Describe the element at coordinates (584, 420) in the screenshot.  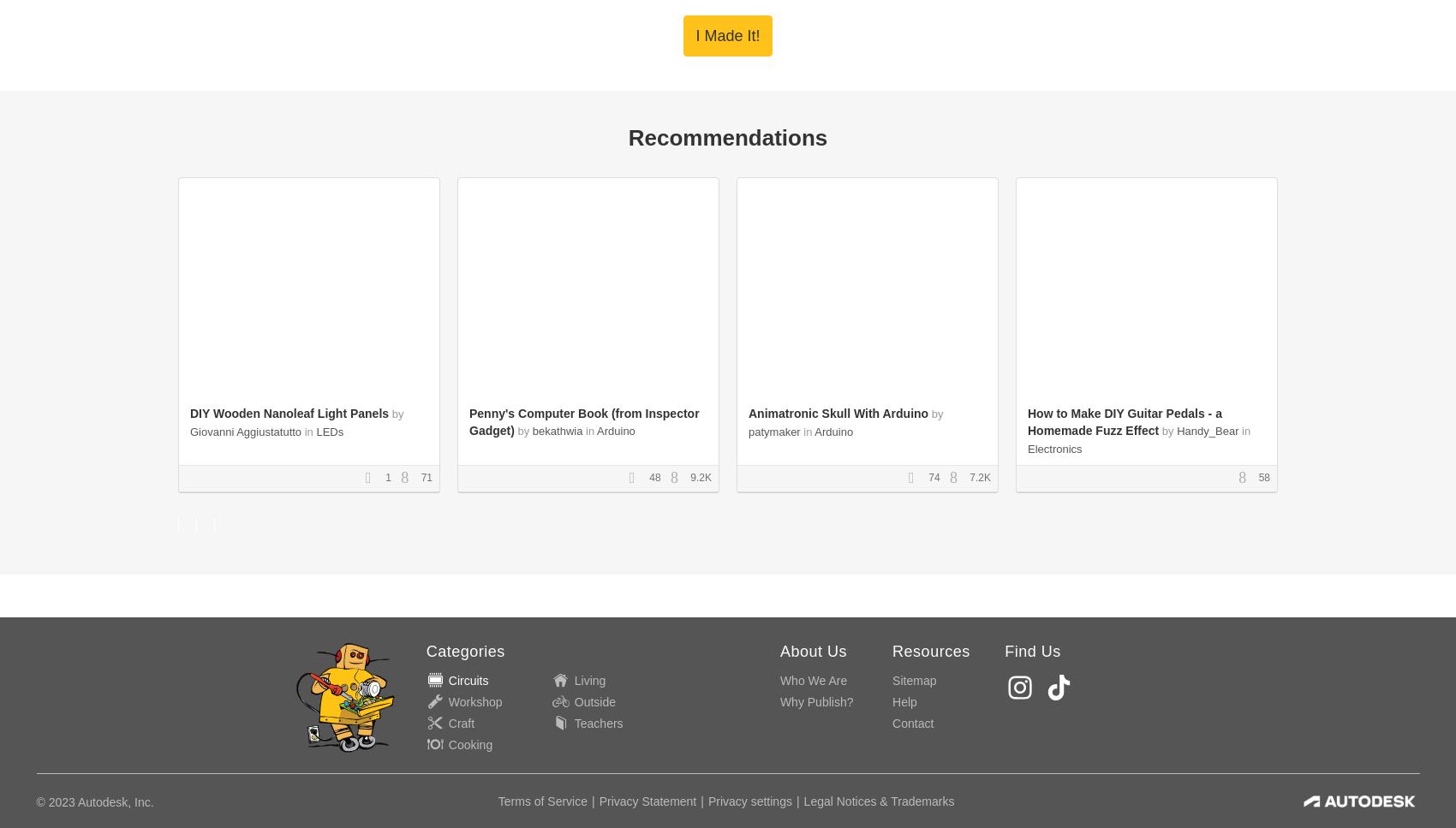
I see `'Penny's Computer Book (from Inspector Gadget)'` at that location.